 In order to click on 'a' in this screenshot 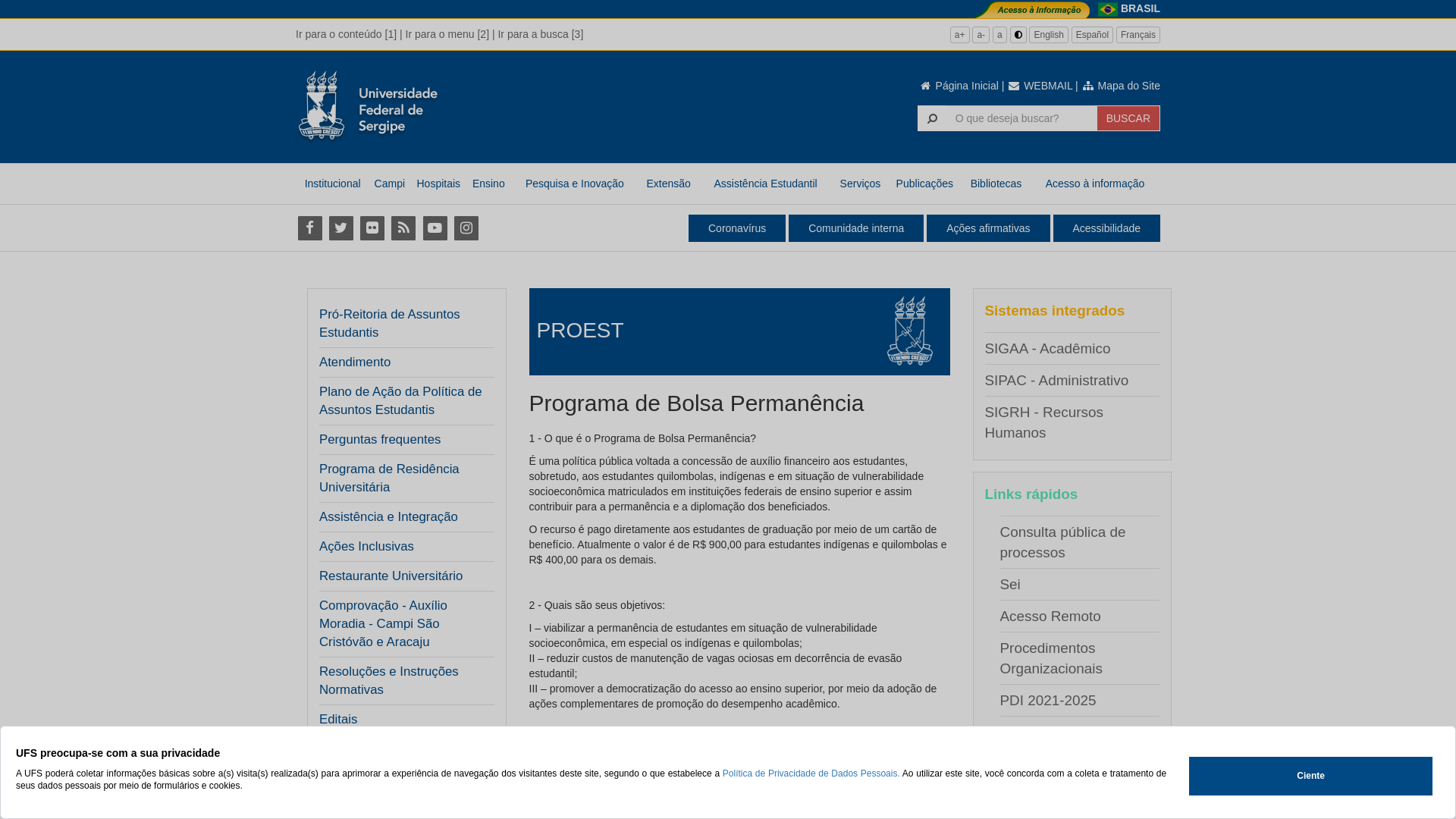, I will do `click(999, 34)`.